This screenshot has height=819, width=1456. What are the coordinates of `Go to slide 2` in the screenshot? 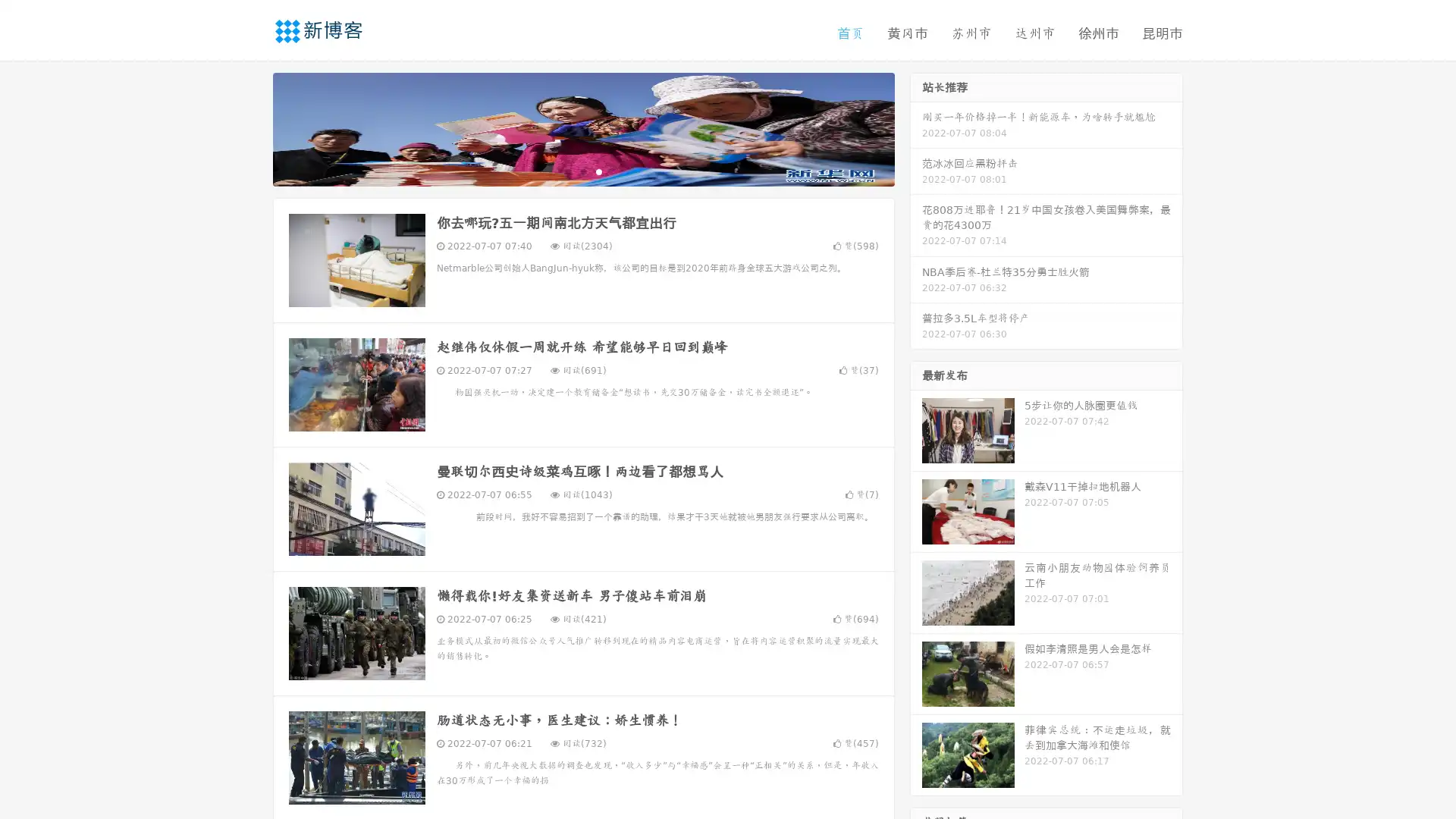 It's located at (582, 171).